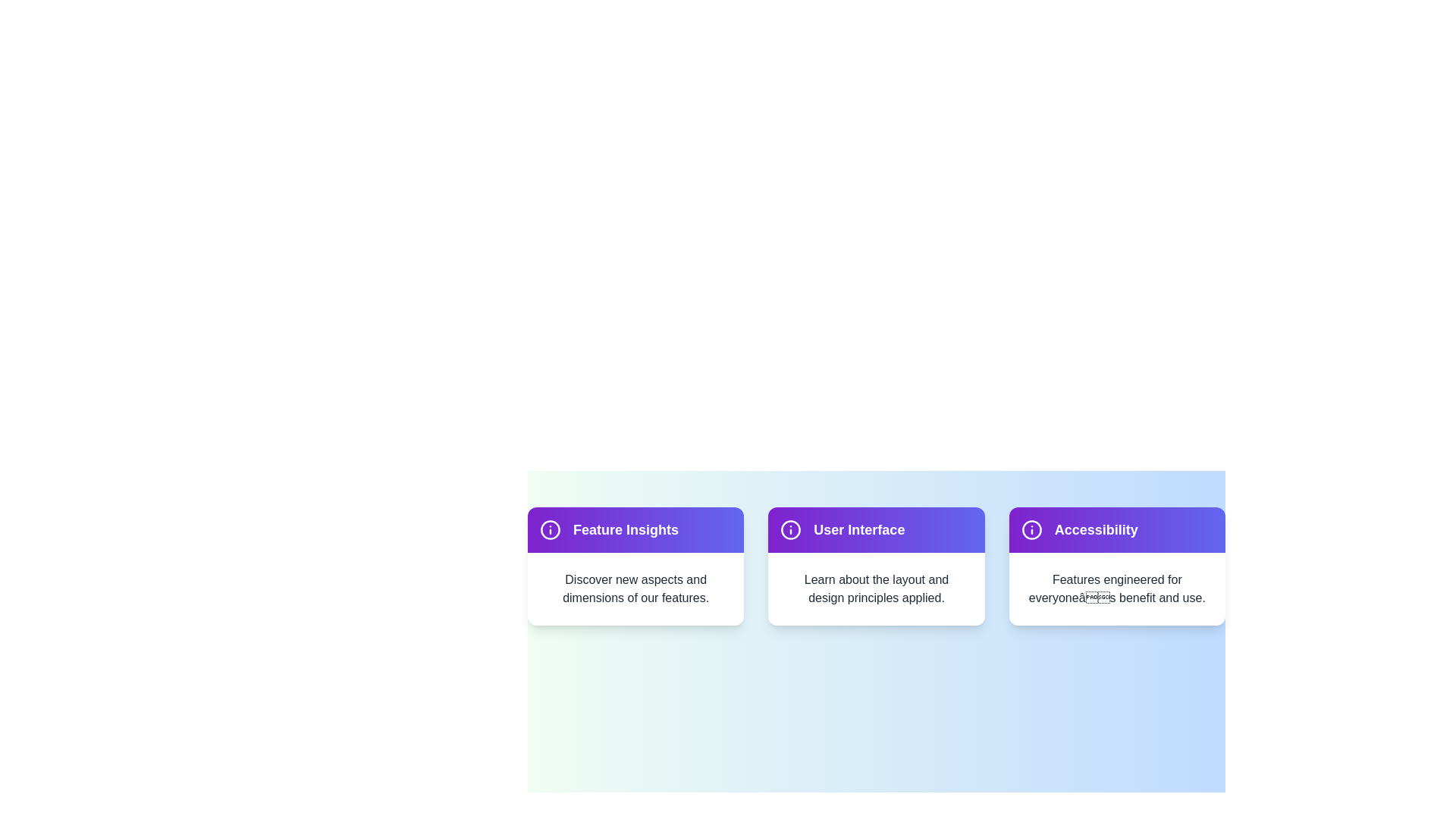  Describe the element at coordinates (790, 529) in the screenshot. I see `the decorative circular graphic located inside the icon at the top-left corner of the 'User Interface' card in the second card of a three-card horizontal layout` at that location.